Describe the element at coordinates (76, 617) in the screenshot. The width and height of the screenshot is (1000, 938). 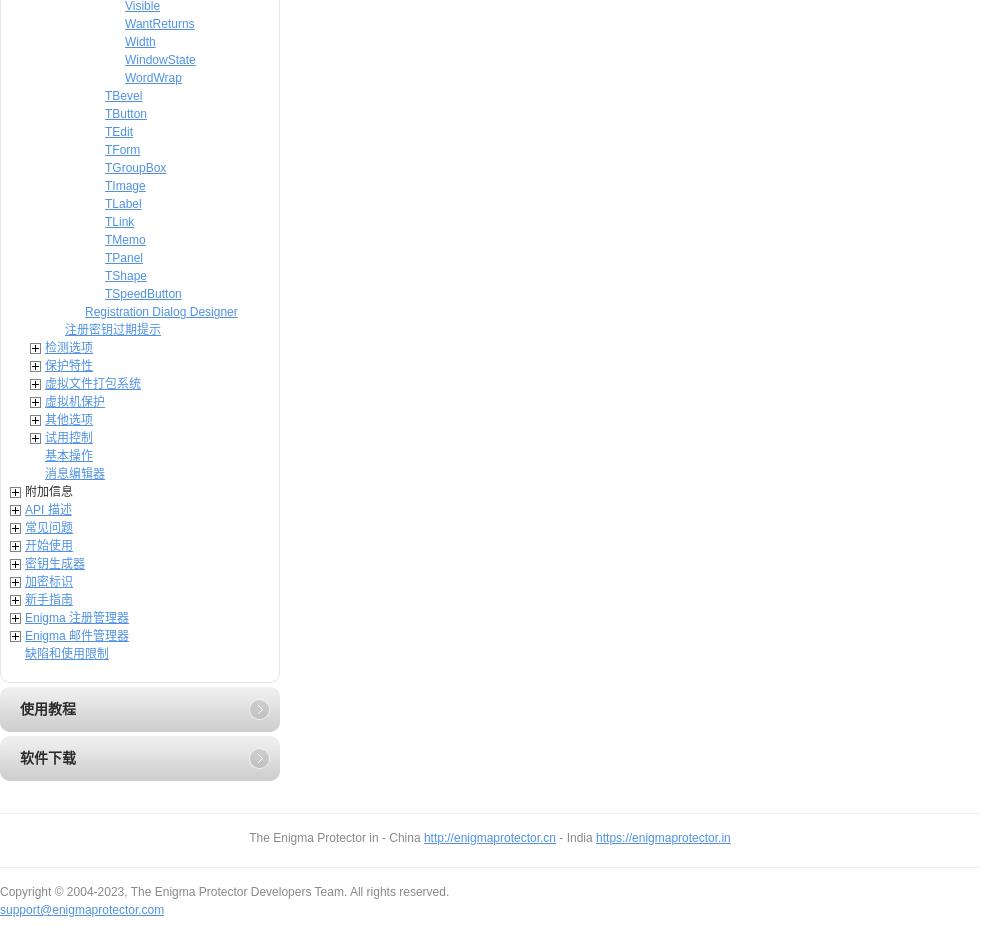
I see `'Enigma 注册管理器'` at that location.